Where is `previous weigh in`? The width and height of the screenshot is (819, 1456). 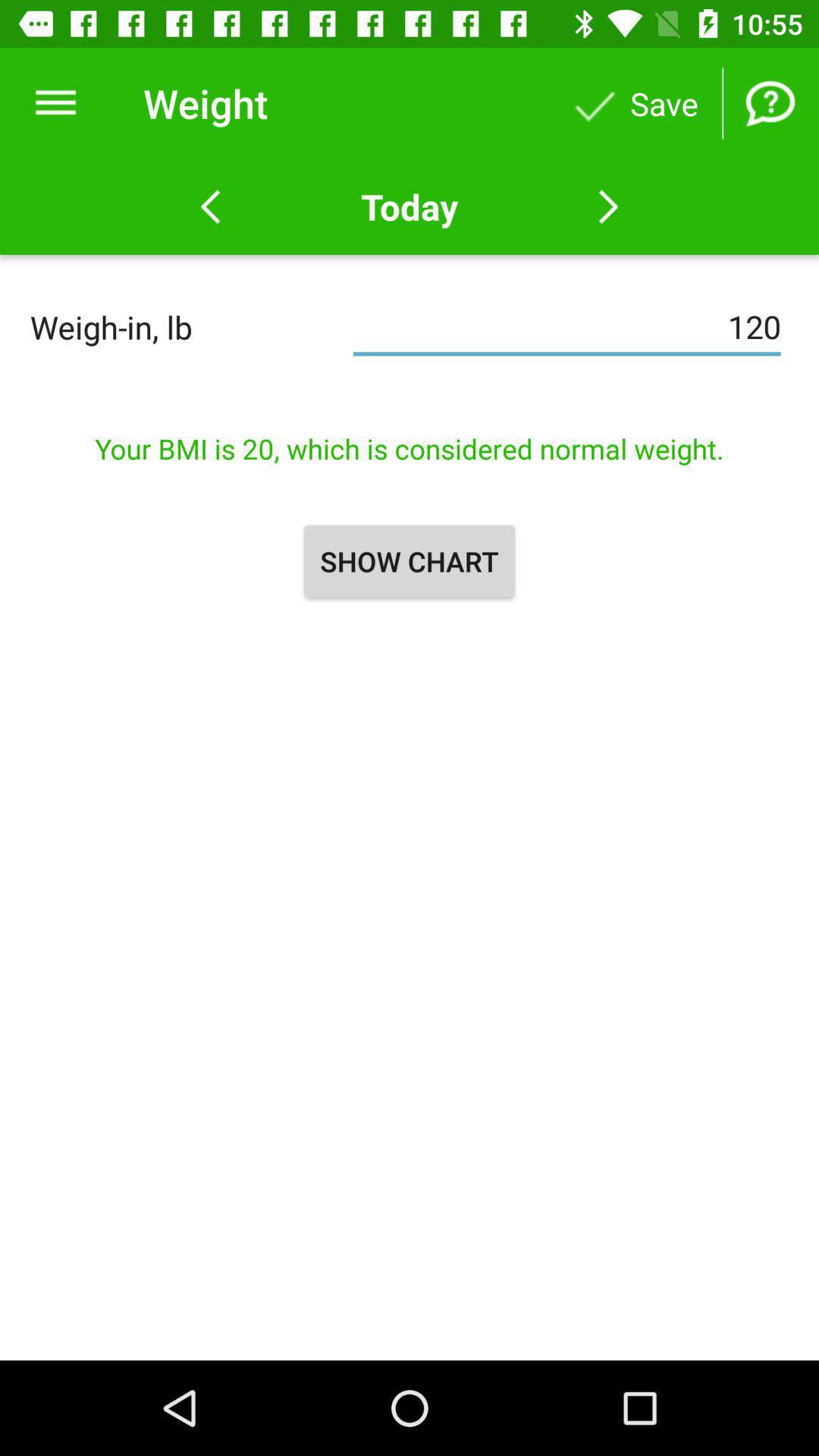
previous weigh in is located at coordinates (210, 206).